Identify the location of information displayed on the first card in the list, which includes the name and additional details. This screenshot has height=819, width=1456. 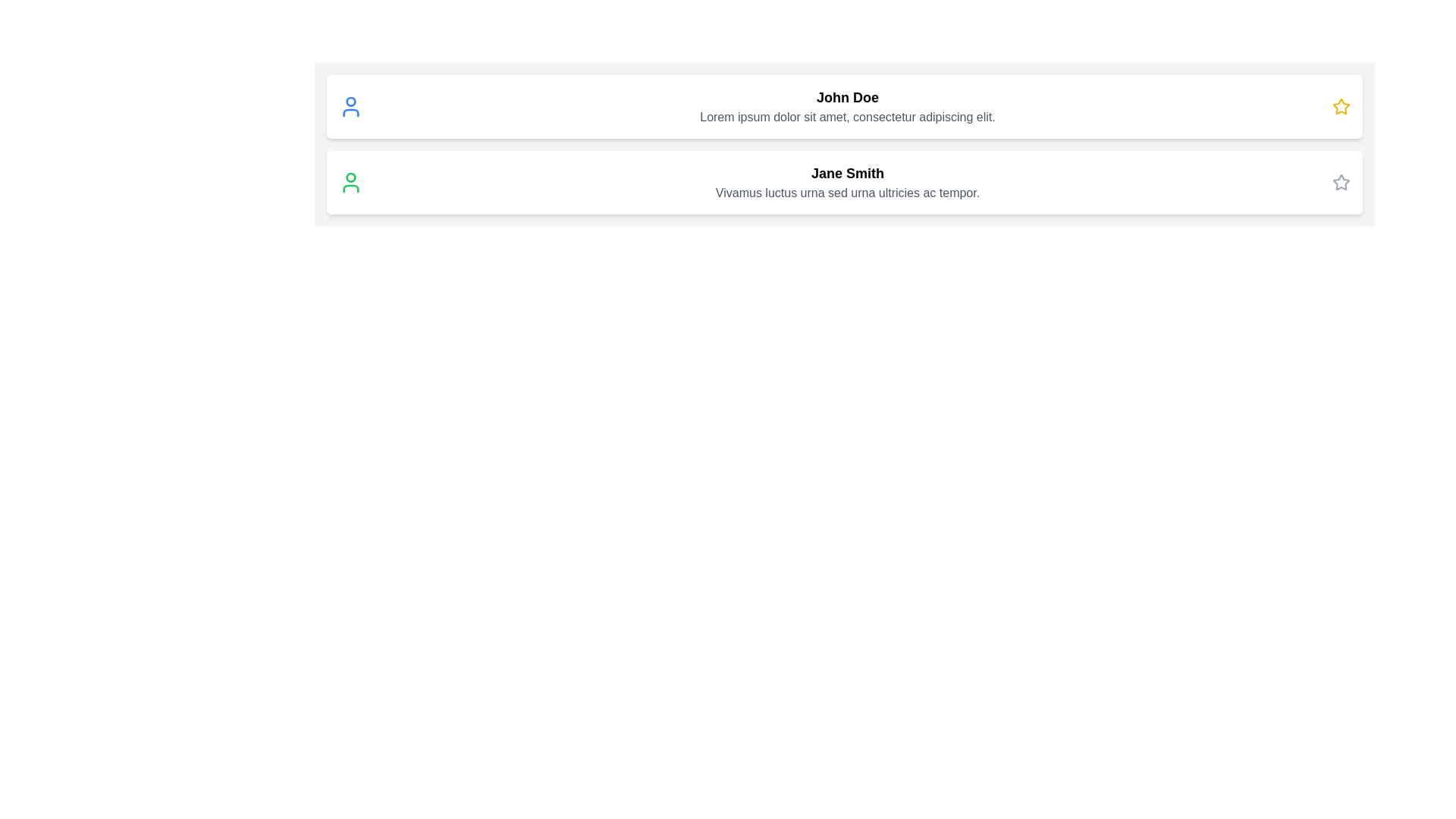
(843, 106).